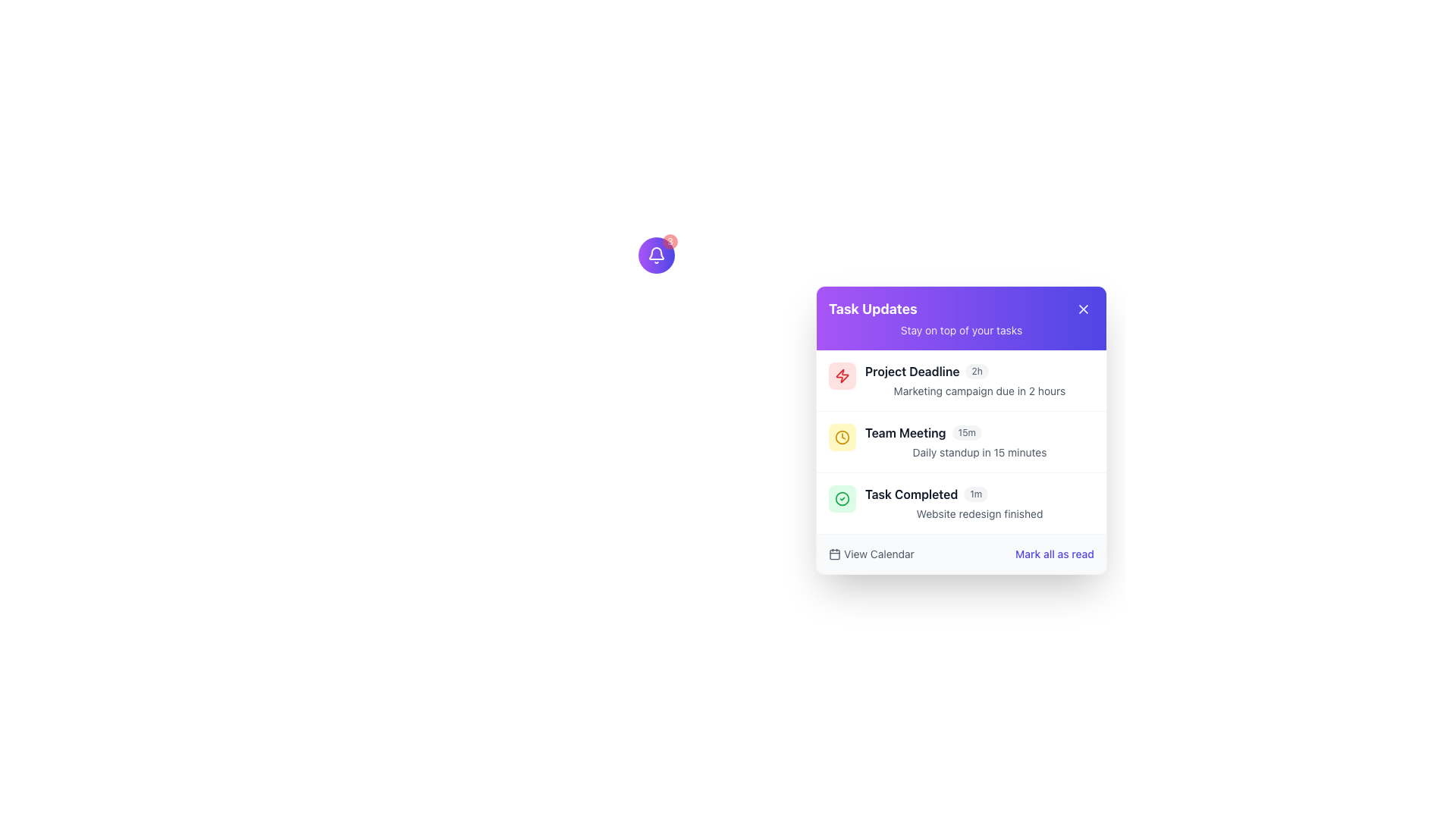 This screenshot has height=819, width=1456. What do you see at coordinates (960, 379) in the screenshot?
I see `the topmost notification entry in the 'Task Updates' section, which features a red icon on the left, a bold heading 'Project Deadline', and a time indication '2h'` at bounding box center [960, 379].